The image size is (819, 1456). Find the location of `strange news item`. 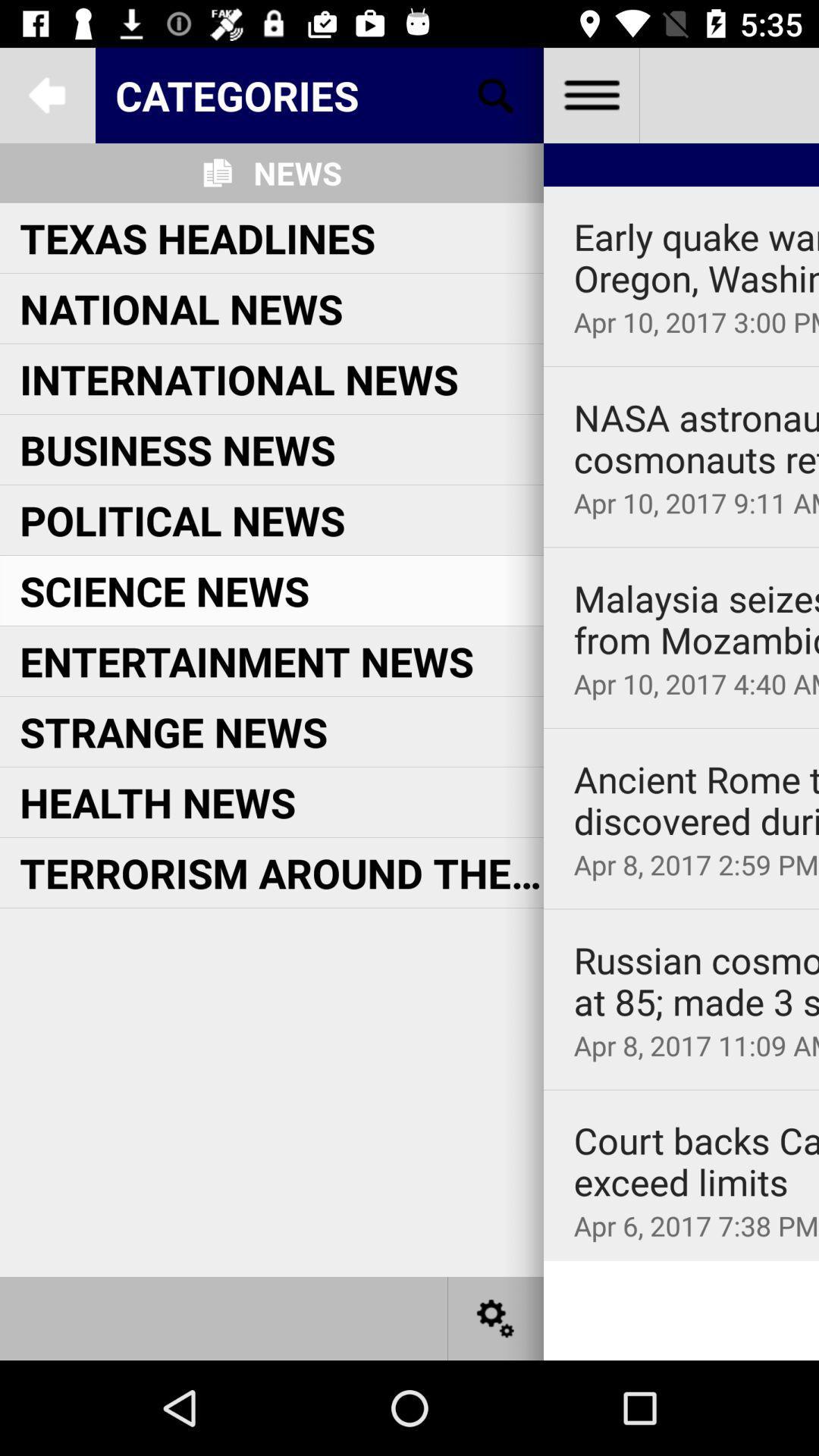

strange news item is located at coordinates (173, 731).